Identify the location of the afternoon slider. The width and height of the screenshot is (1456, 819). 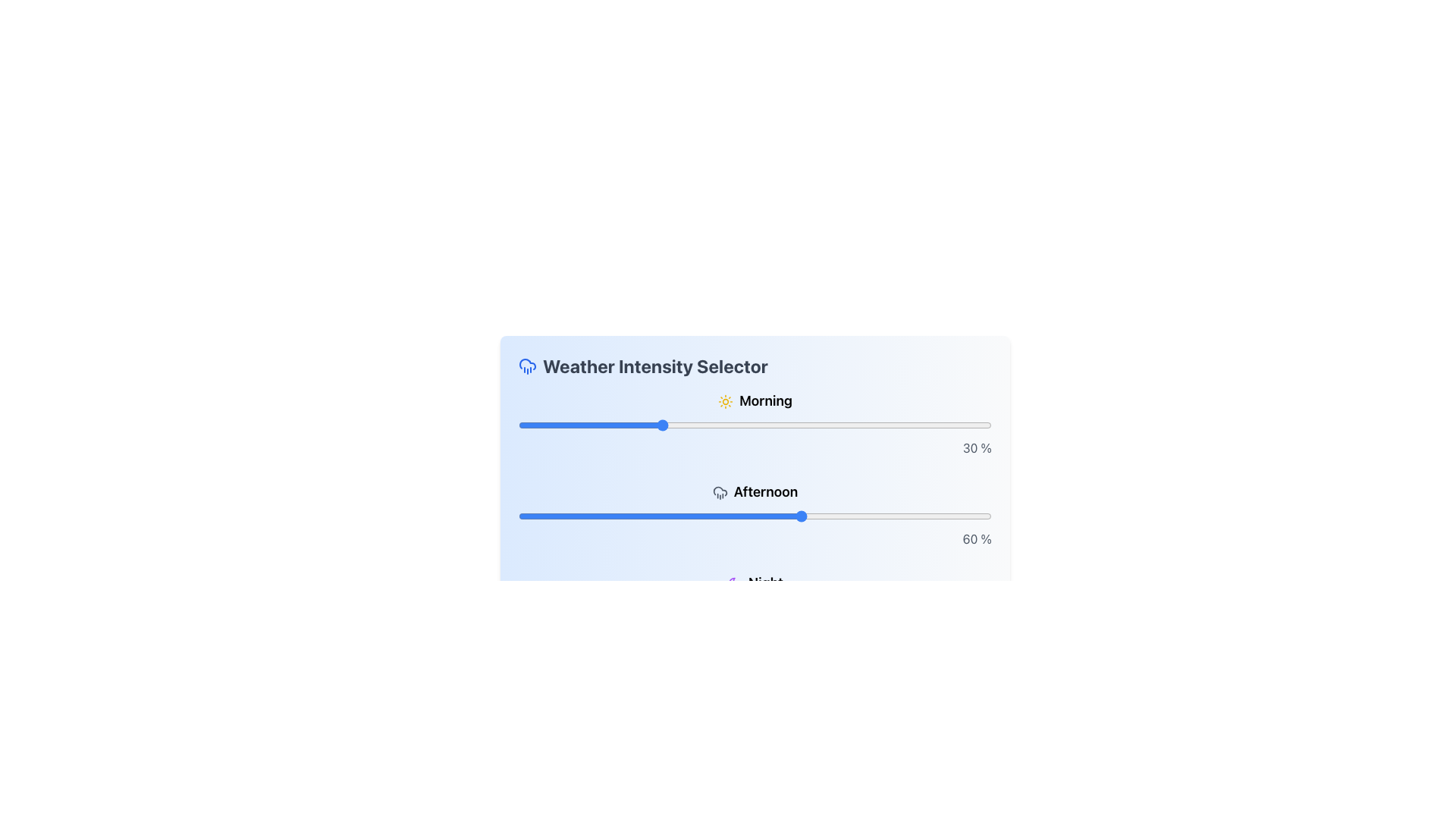
(924, 516).